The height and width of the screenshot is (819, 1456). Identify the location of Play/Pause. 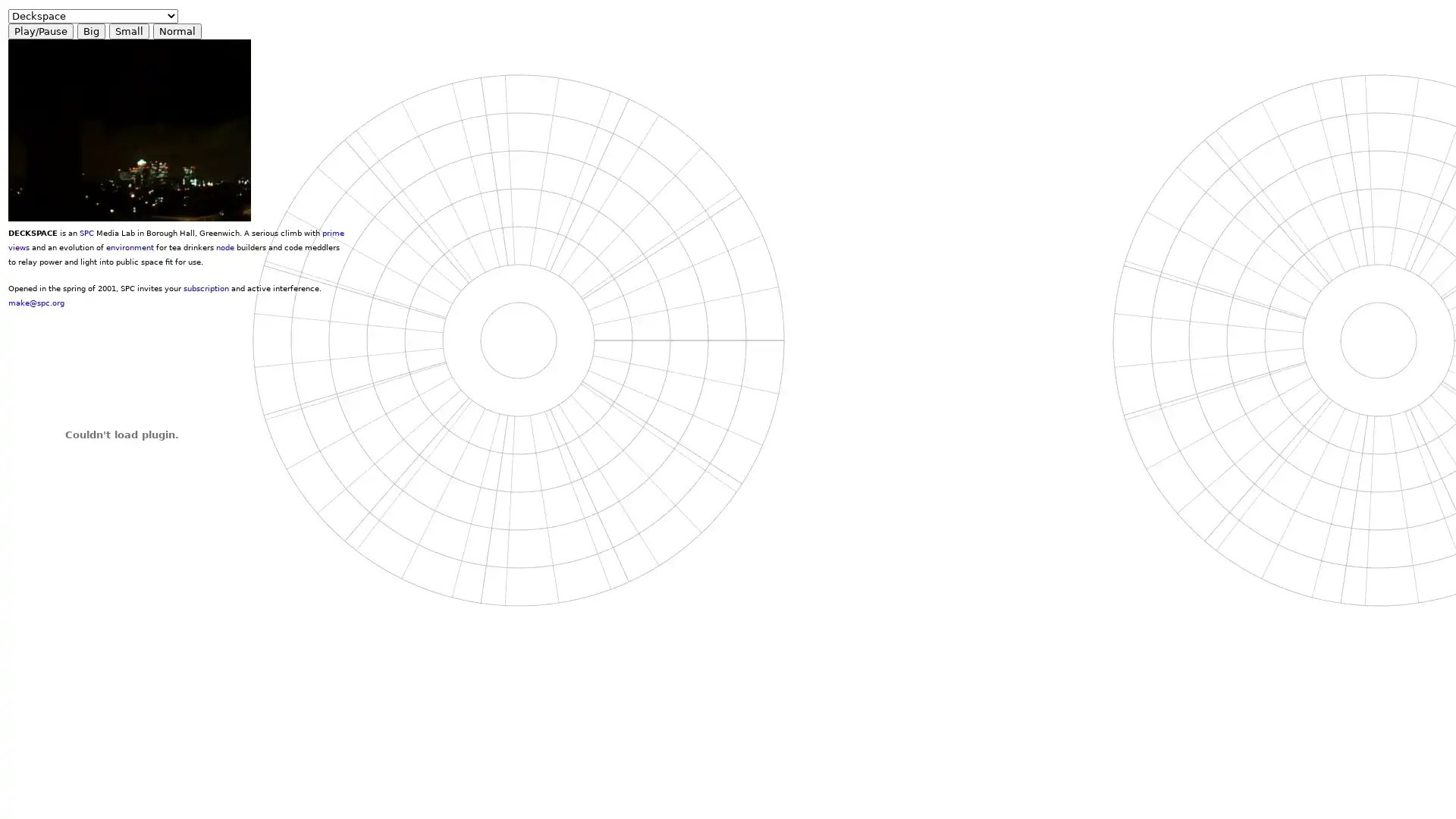
(40, 31).